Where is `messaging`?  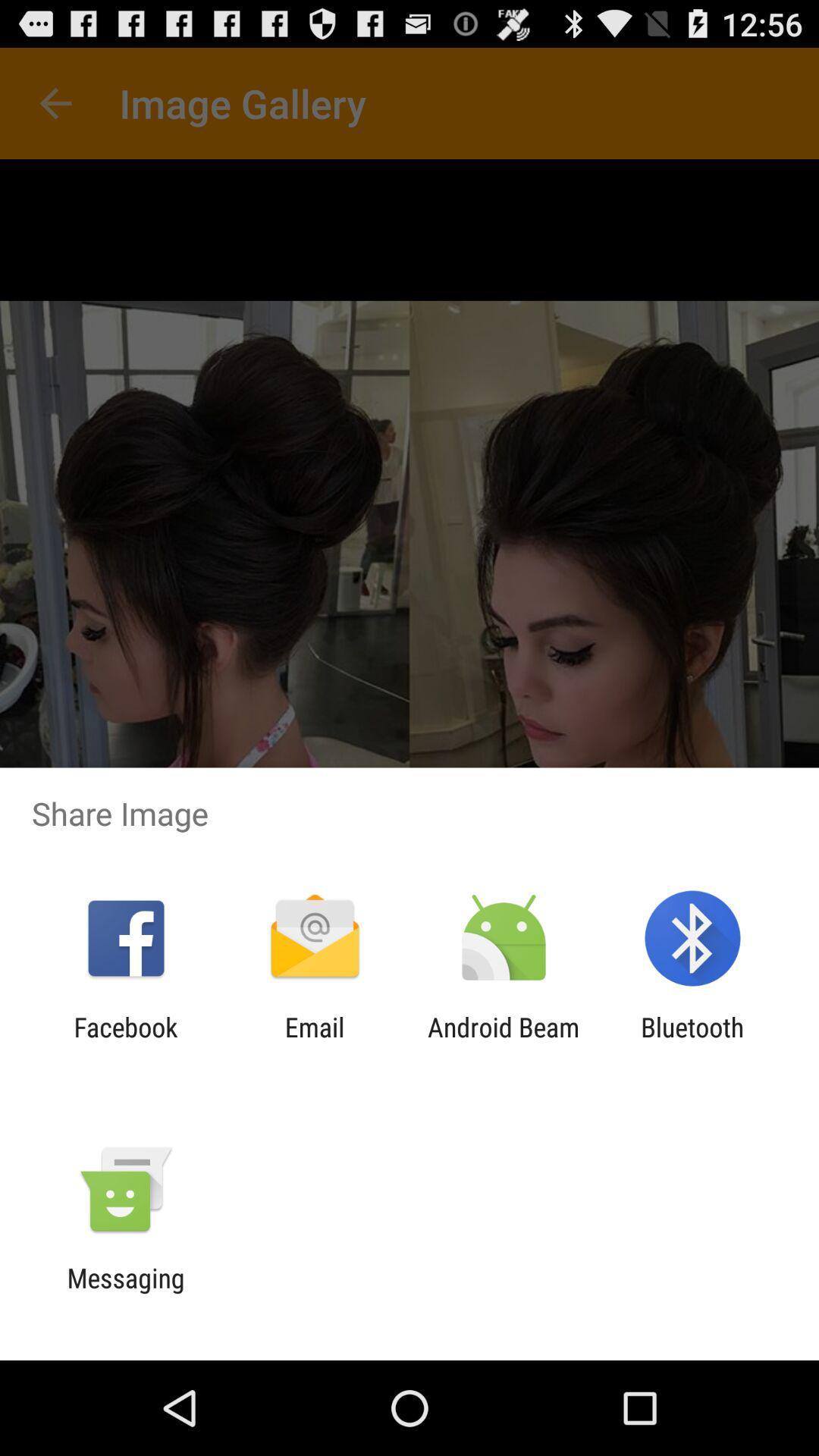 messaging is located at coordinates (125, 1293).